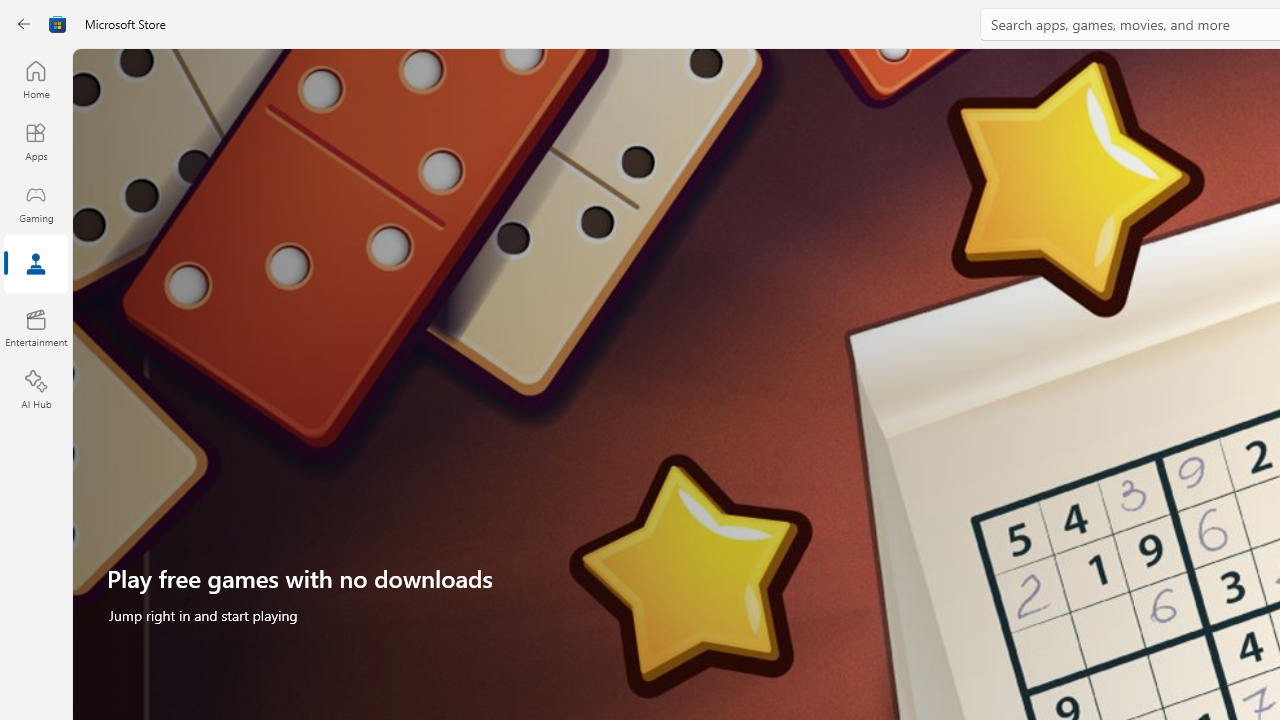 This screenshot has height=720, width=1280. What do you see at coordinates (58, 24) in the screenshot?
I see `'Class: Image'` at bounding box center [58, 24].